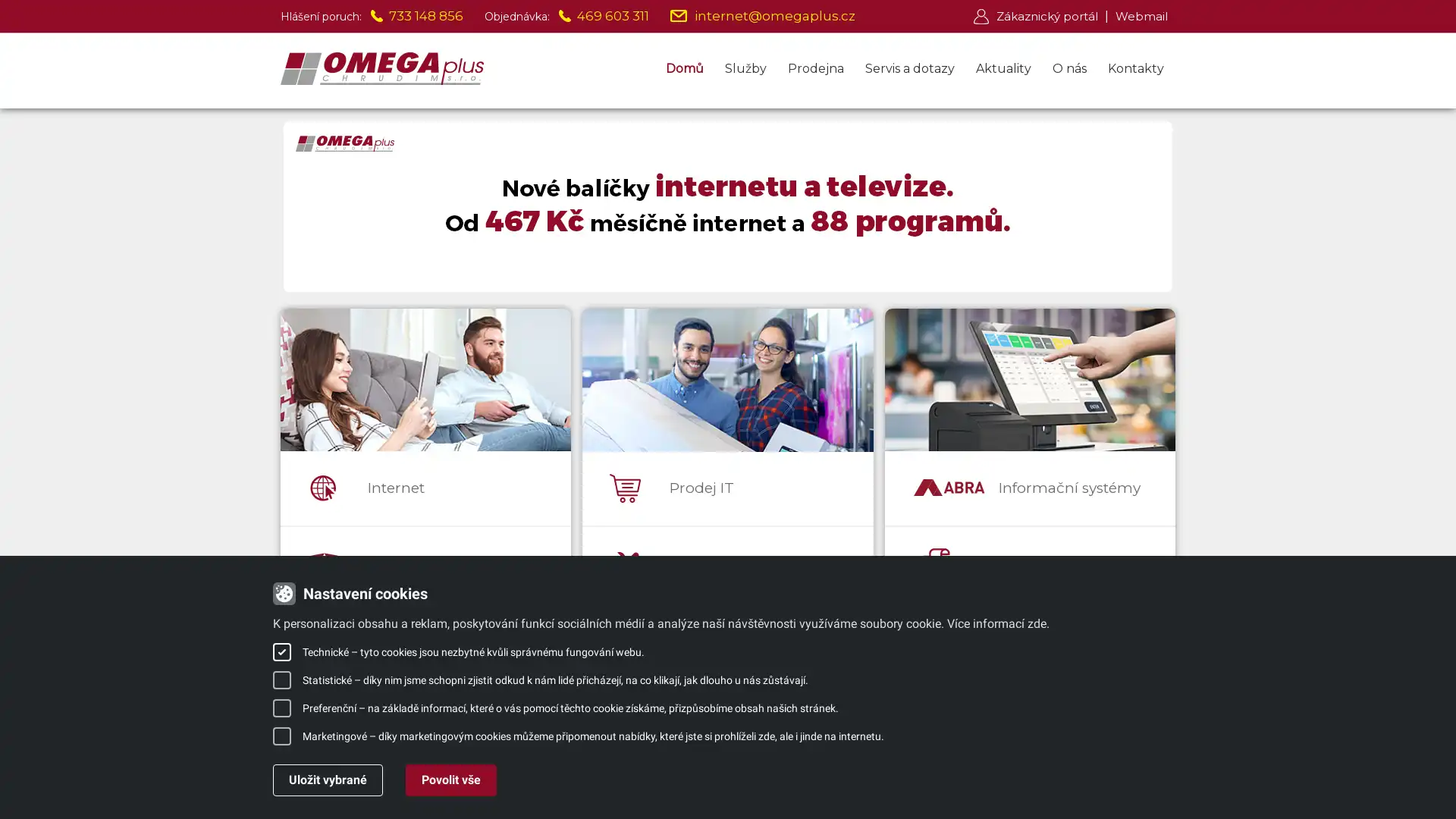 The height and width of the screenshot is (819, 1456). I want to click on Povolit vse, so click(450, 780).